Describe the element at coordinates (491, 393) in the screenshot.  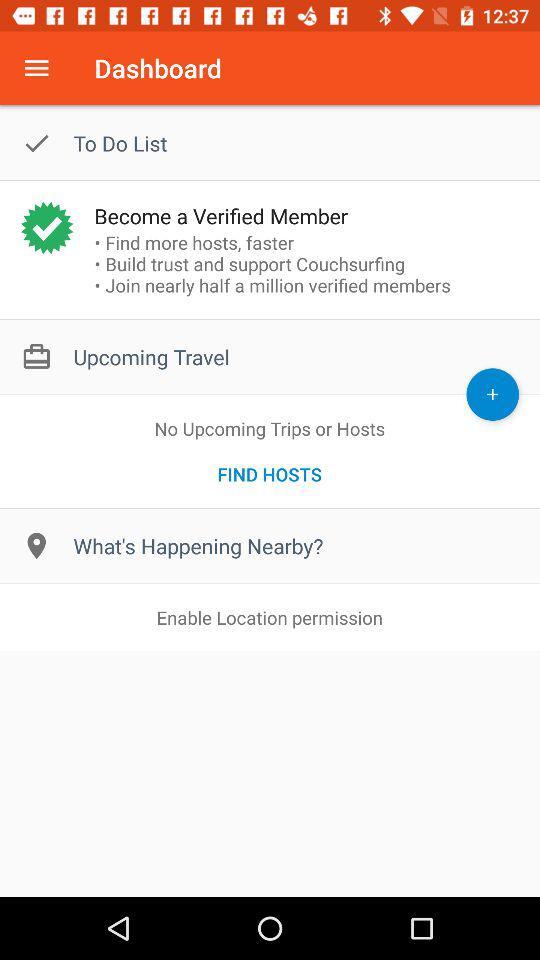
I see `add option` at that location.